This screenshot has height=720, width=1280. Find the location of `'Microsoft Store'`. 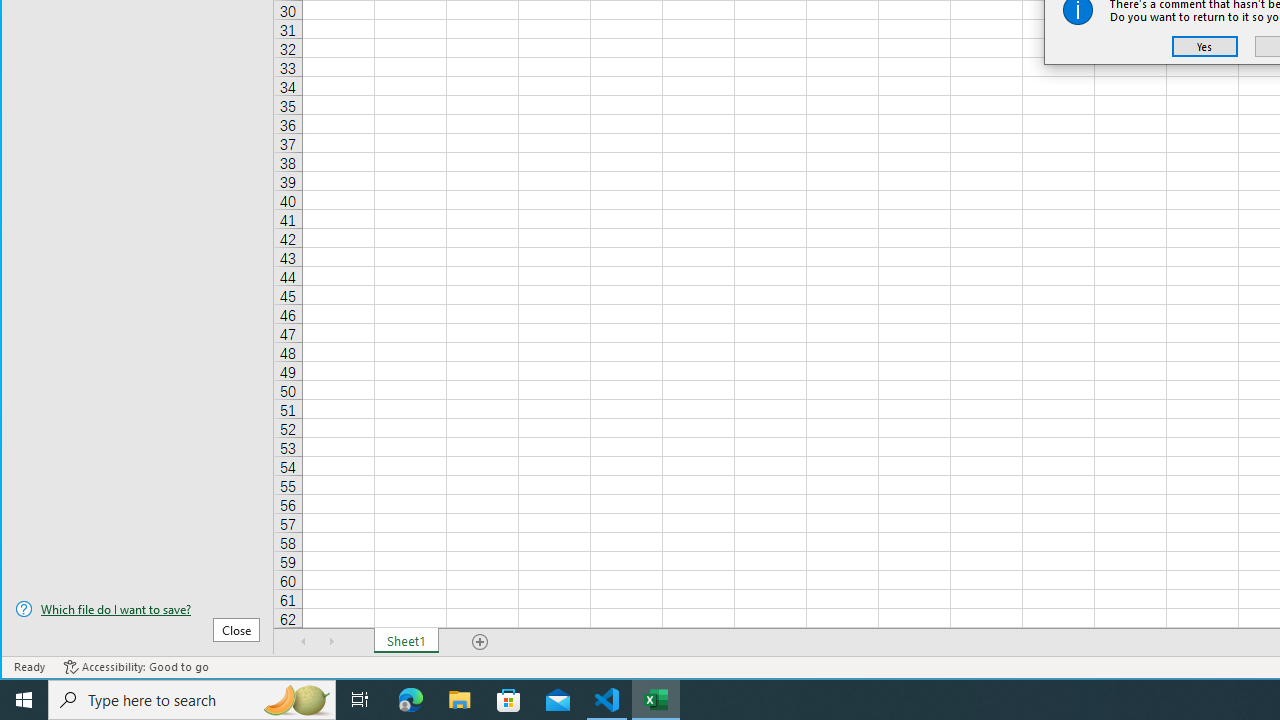

'Microsoft Store' is located at coordinates (509, 698).